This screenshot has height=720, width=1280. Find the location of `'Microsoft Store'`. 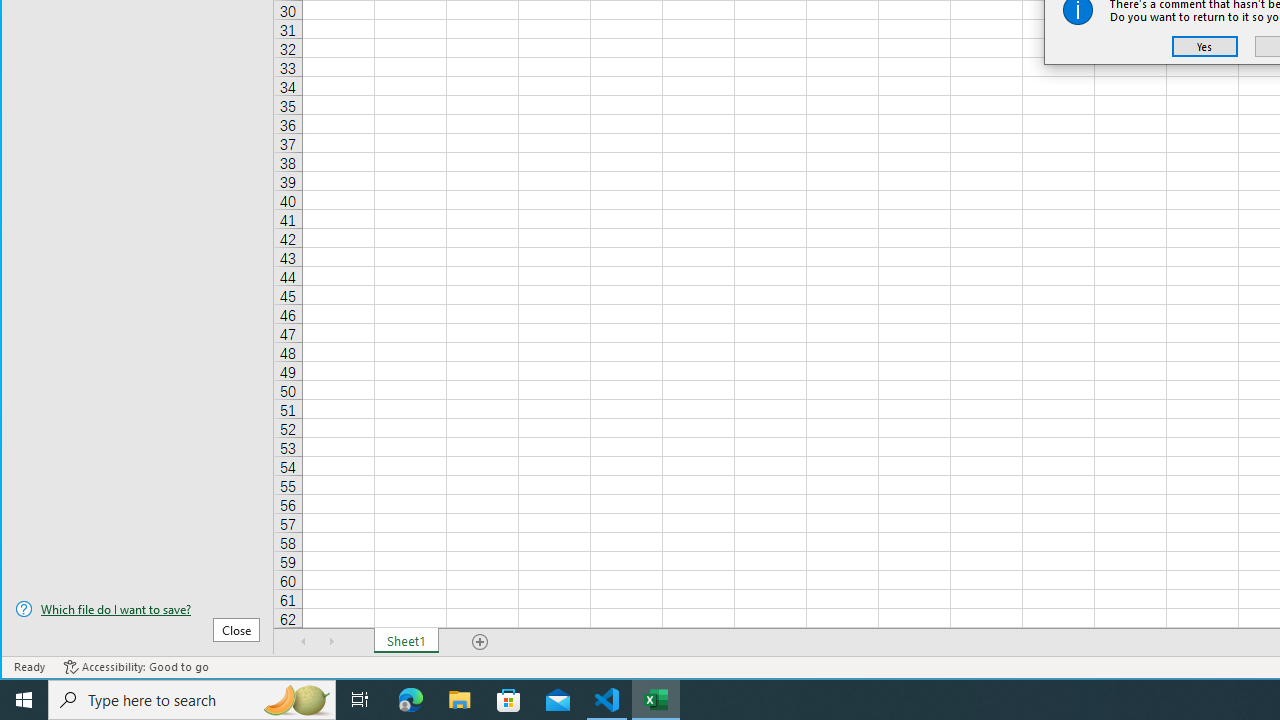

'Microsoft Store' is located at coordinates (509, 698).